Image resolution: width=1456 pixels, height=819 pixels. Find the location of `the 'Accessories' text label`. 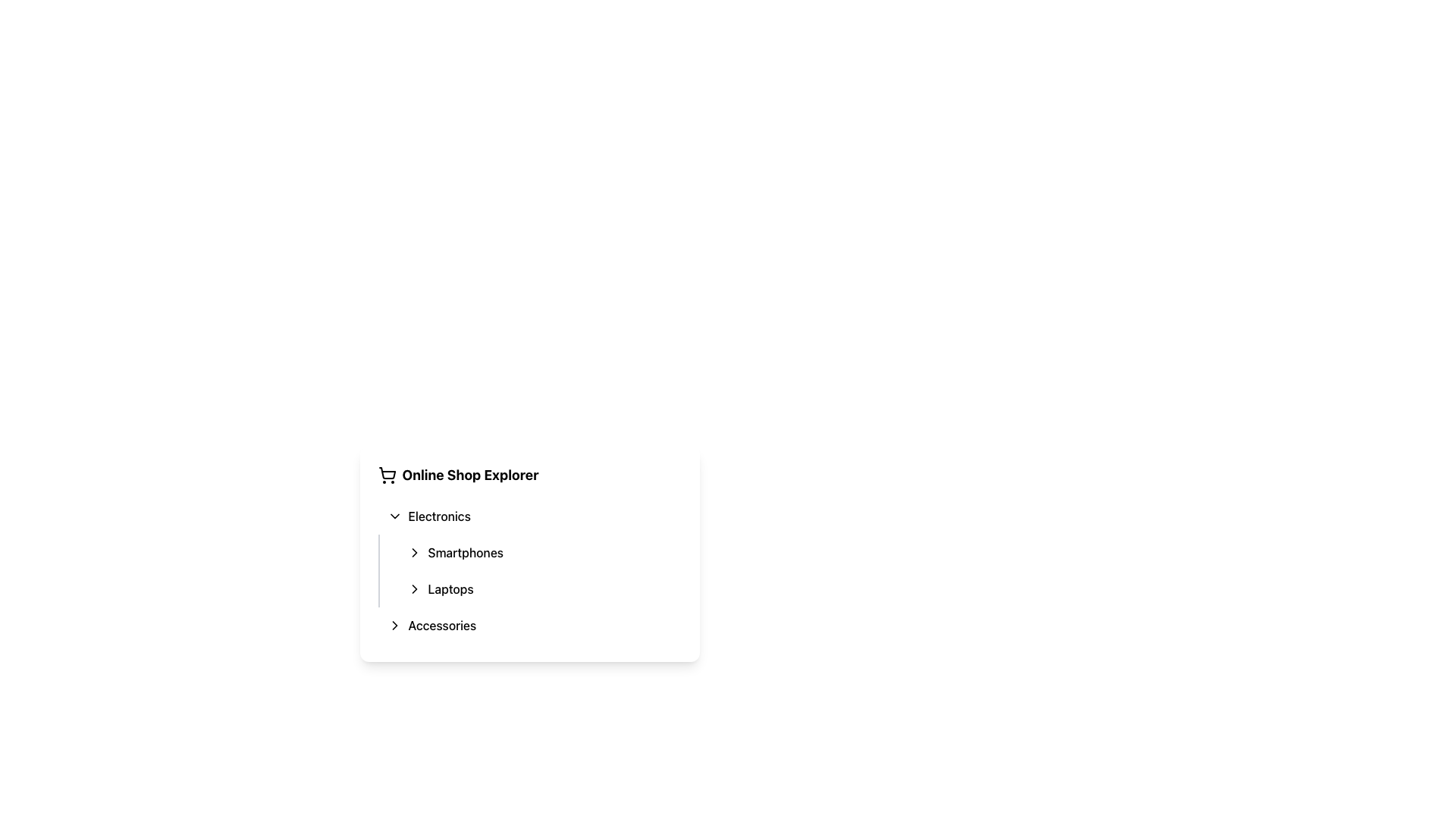

the 'Accessories' text label is located at coordinates (441, 626).